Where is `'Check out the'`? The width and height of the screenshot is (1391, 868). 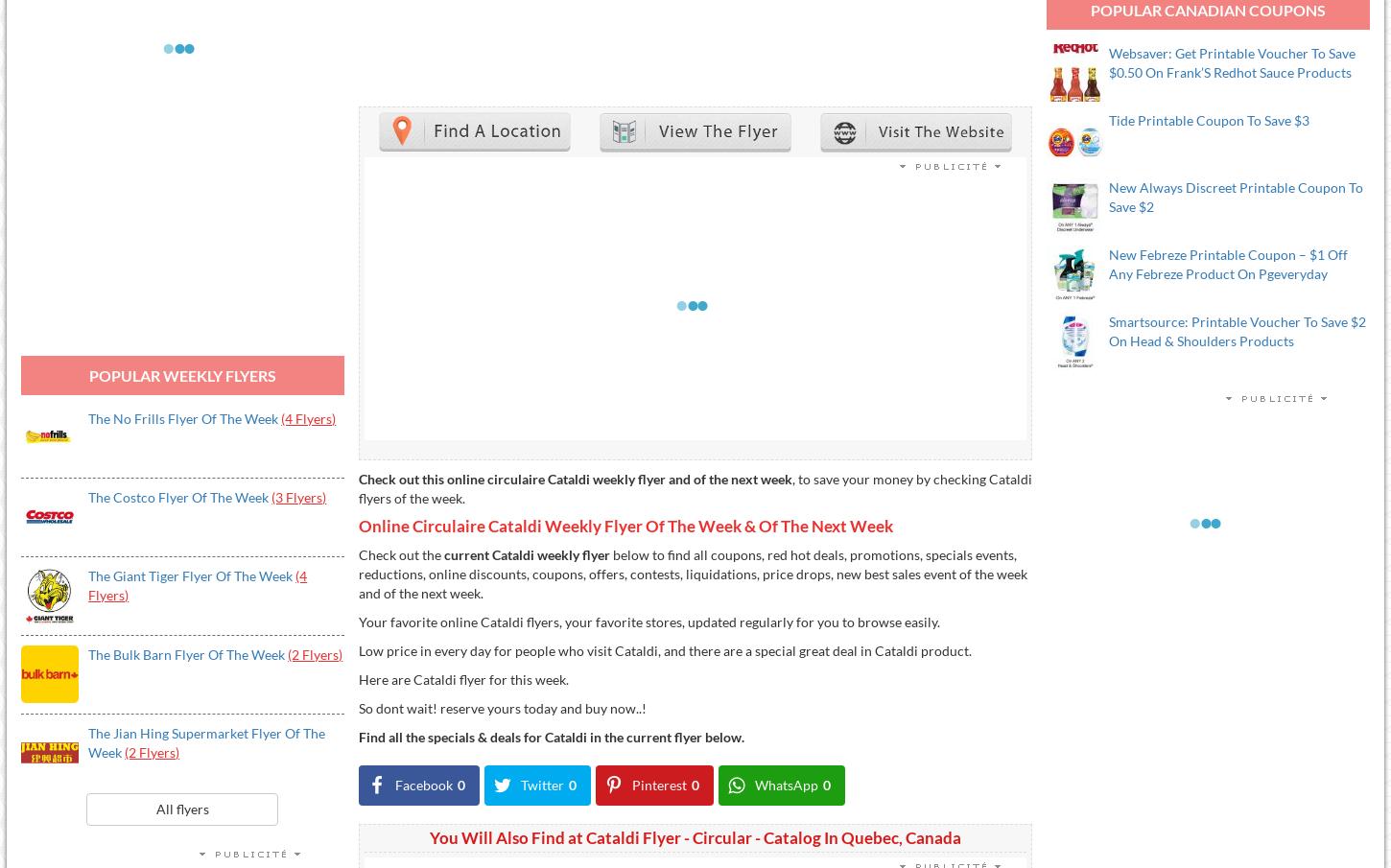
'Check out the' is located at coordinates (356, 553).